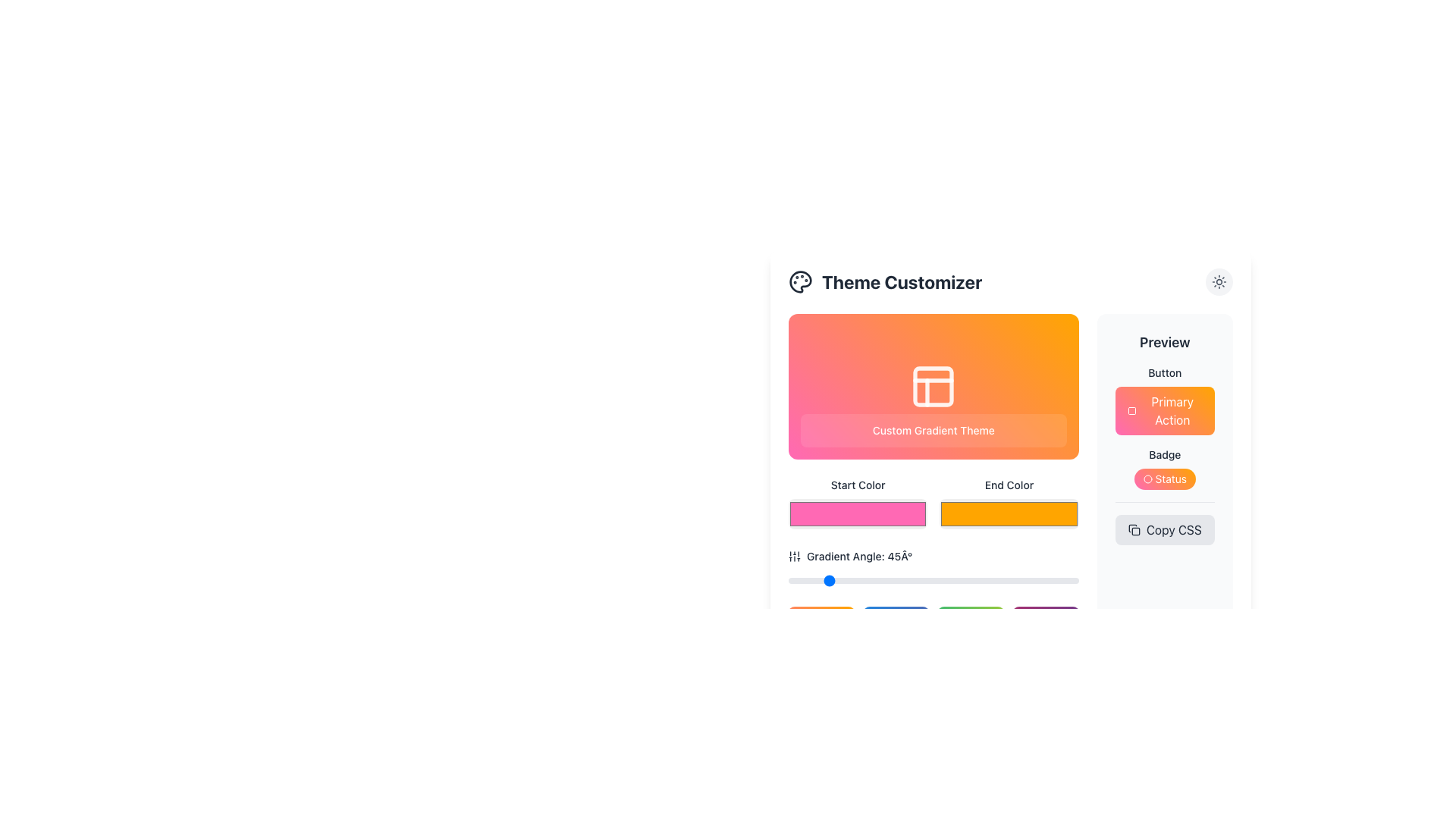 This screenshot has height=819, width=1456. What do you see at coordinates (1009, 504) in the screenshot?
I see `the 'End Color' color picker input field, which is an orange rectangular component located in the second column of the 'Theme Customizer' section` at bounding box center [1009, 504].